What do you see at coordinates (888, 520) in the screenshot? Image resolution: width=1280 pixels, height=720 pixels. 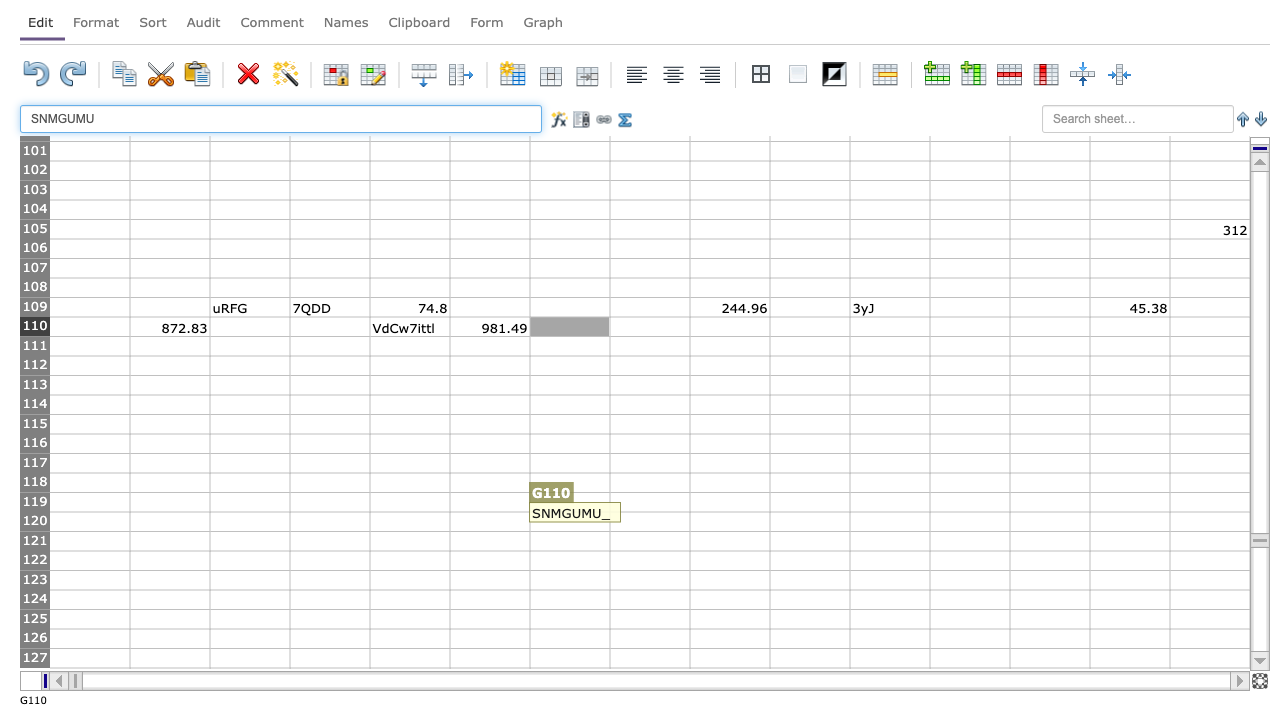 I see `C K120` at bounding box center [888, 520].